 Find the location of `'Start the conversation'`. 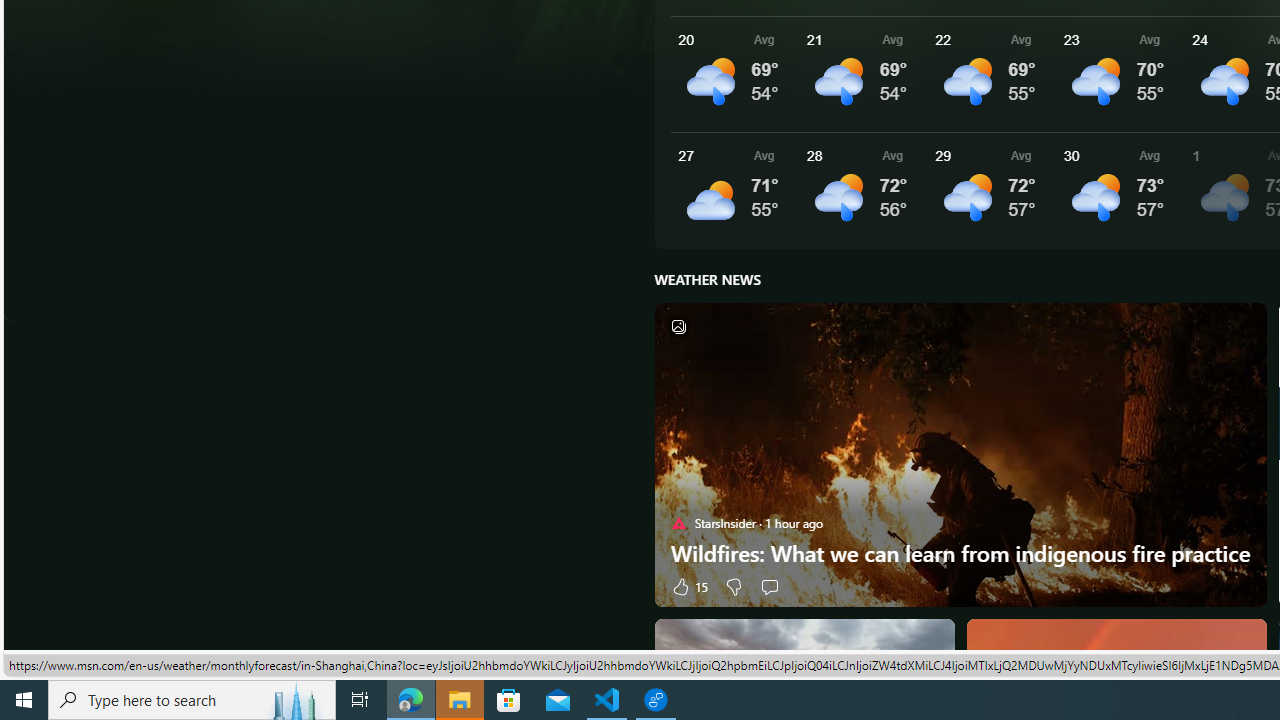

'Start the conversation' is located at coordinates (768, 585).